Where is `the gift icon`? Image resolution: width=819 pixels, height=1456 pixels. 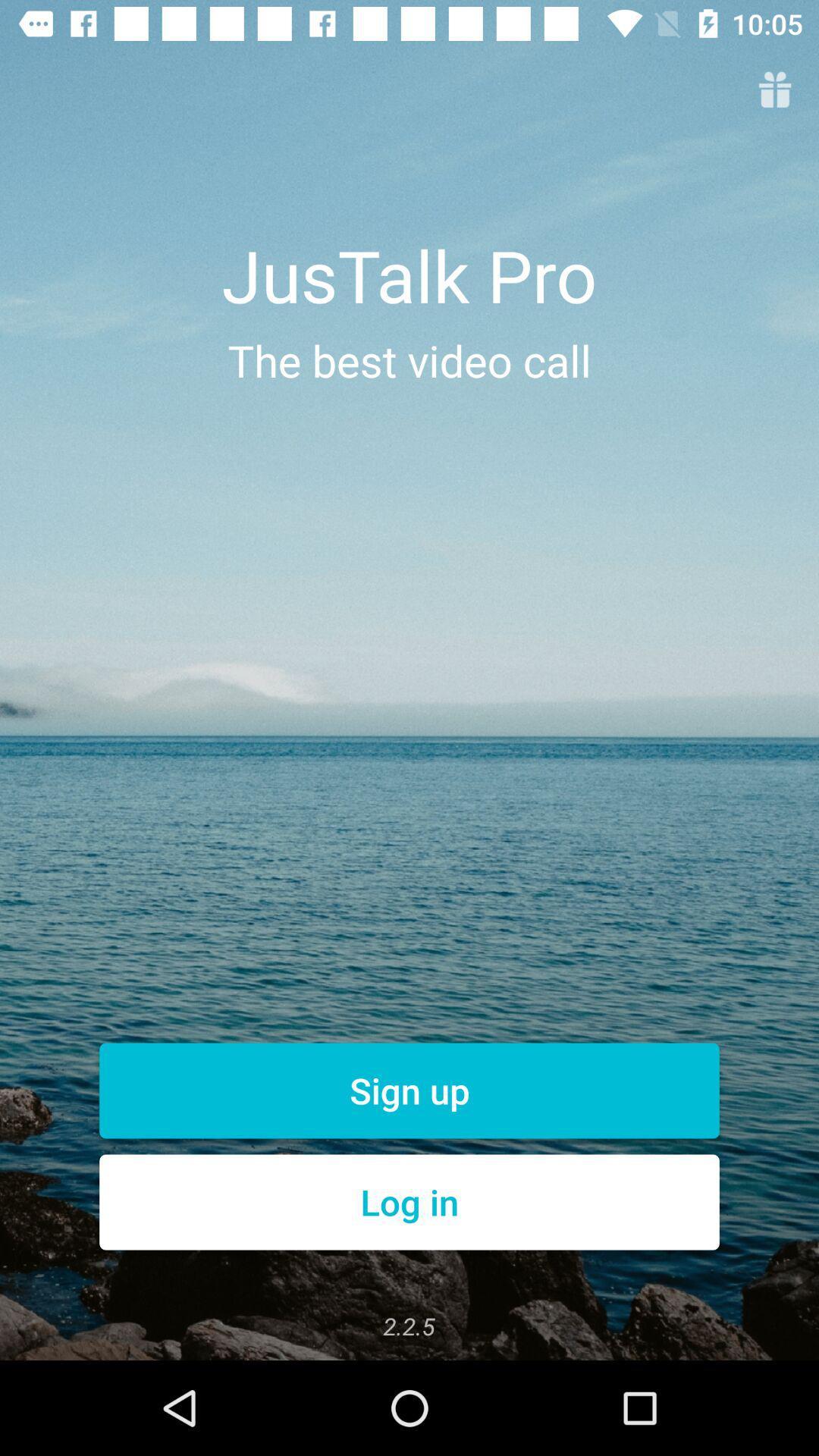
the gift icon is located at coordinates (775, 90).